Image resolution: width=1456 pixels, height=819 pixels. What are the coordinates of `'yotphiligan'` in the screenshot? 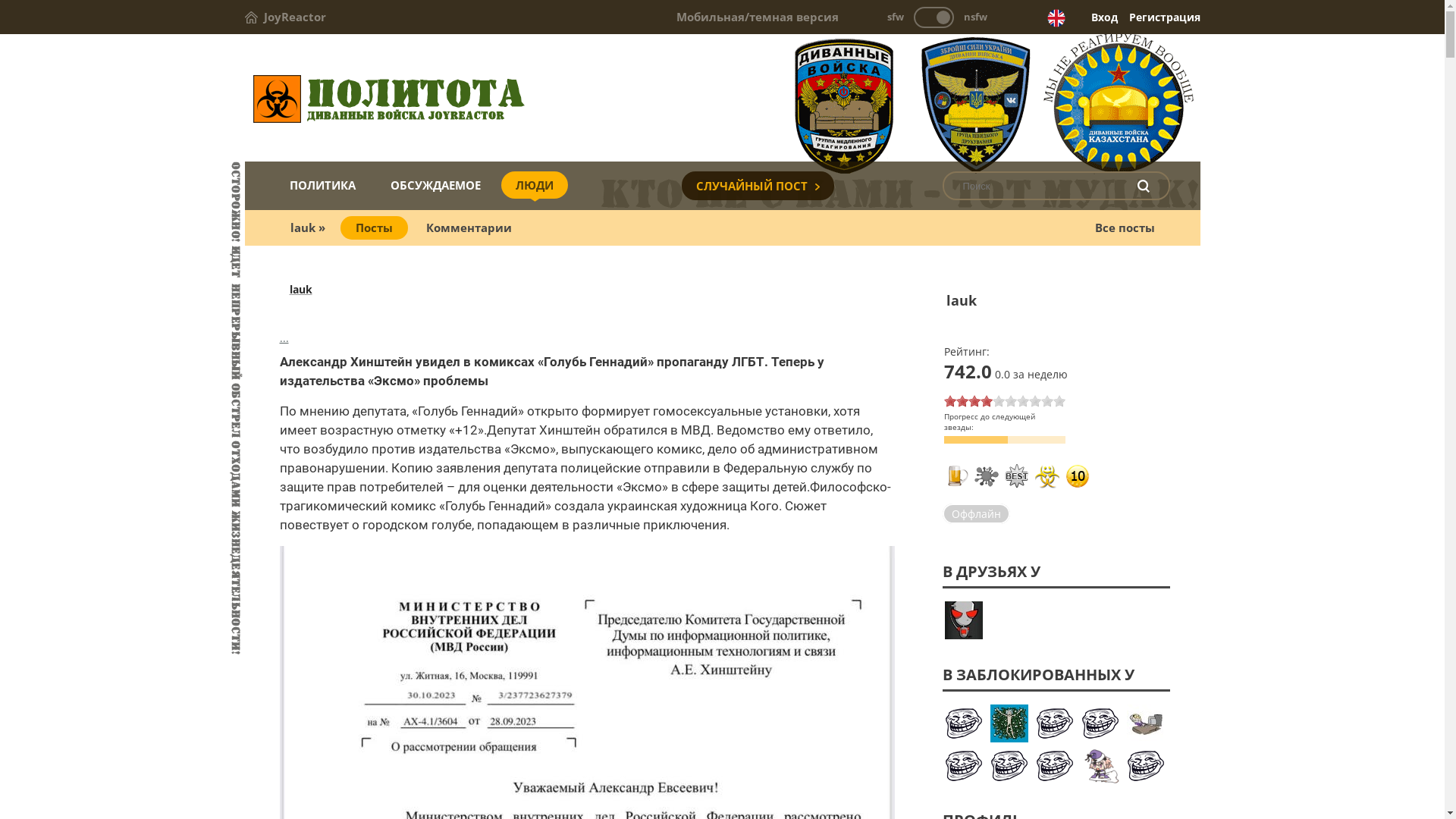 It's located at (1035, 766).